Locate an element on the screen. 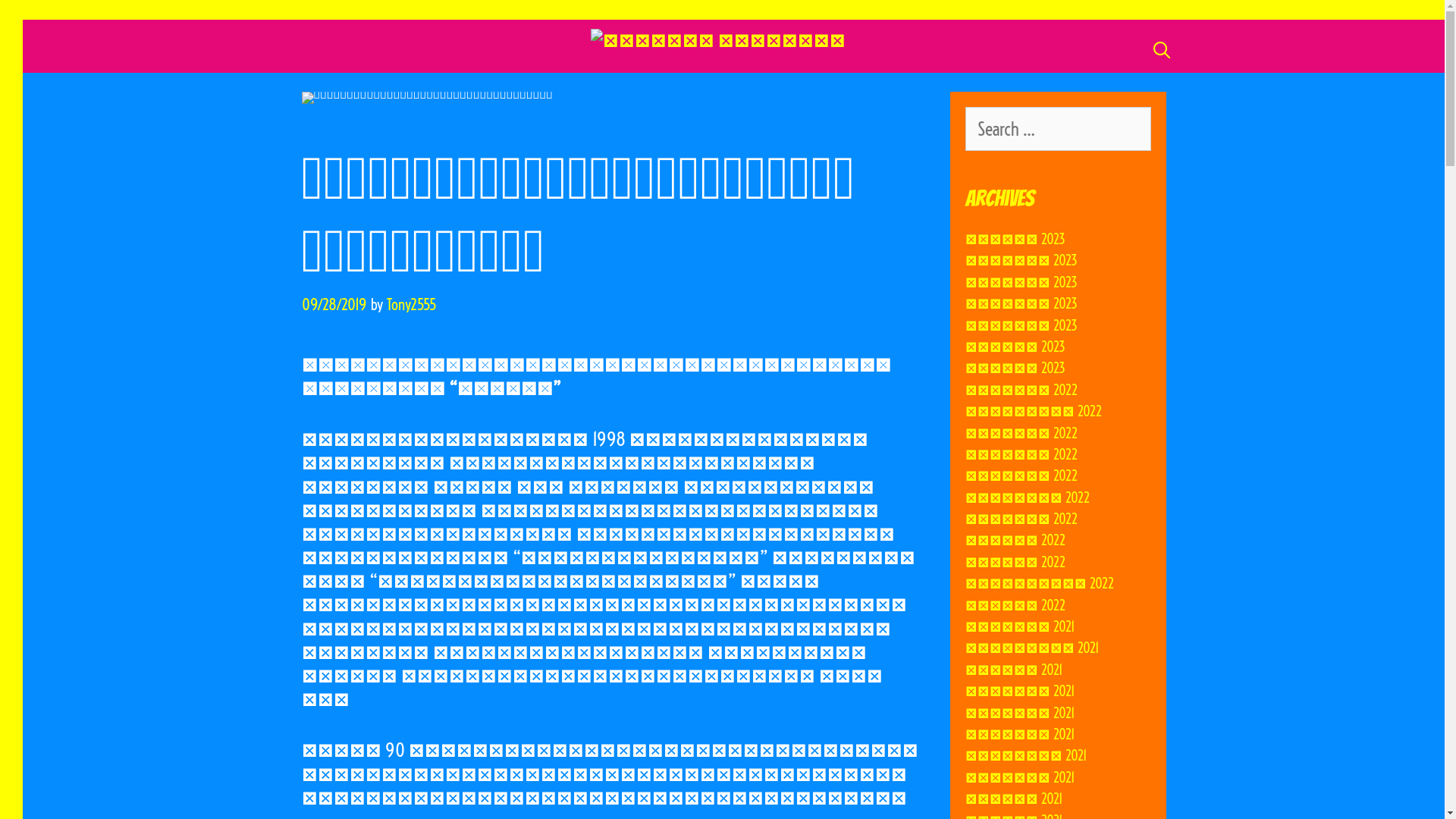  'Search' is located at coordinates (40, 19).